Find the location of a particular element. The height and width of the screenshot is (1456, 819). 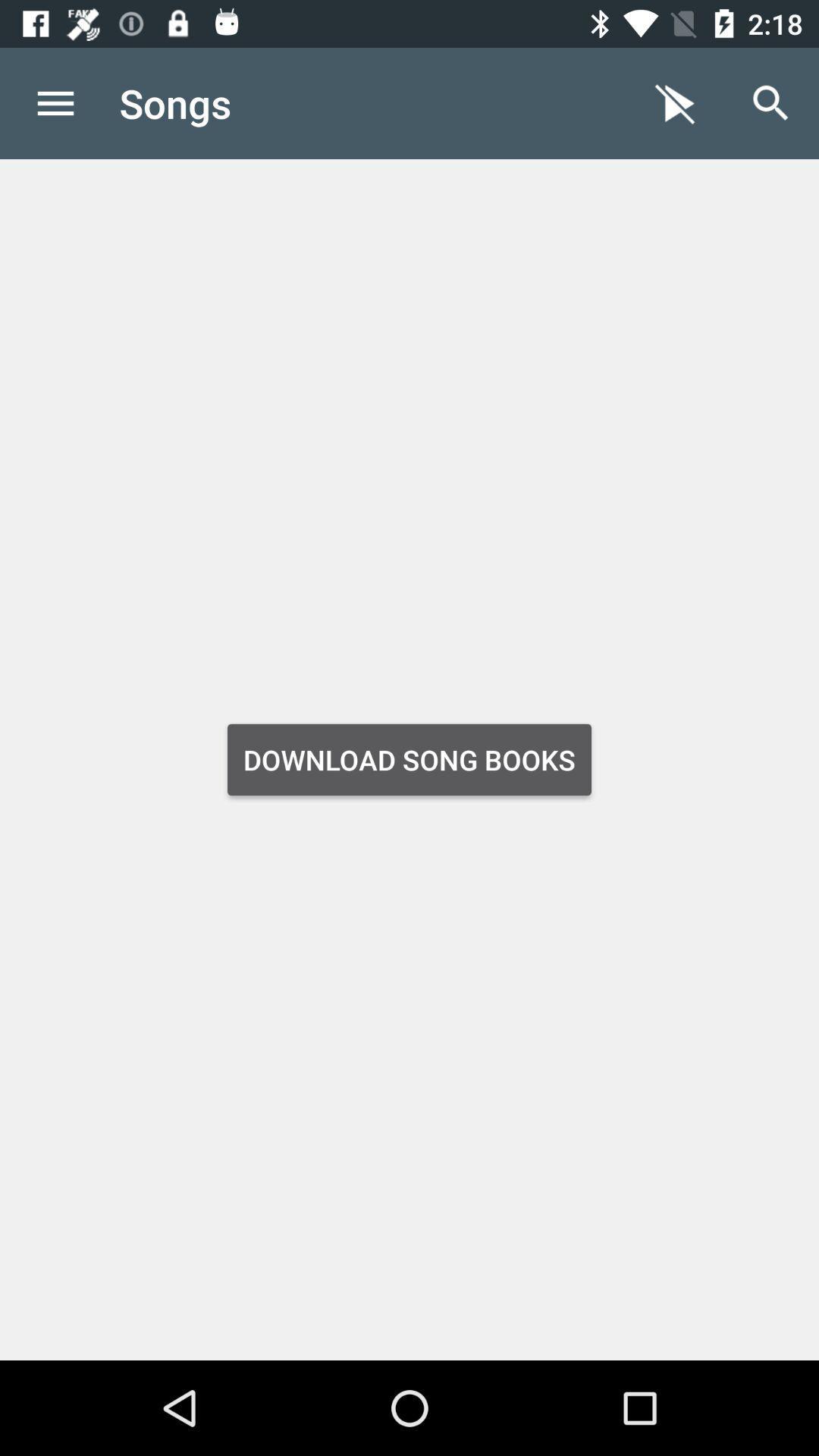

app to the right of songs icon is located at coordinates (675, 102).